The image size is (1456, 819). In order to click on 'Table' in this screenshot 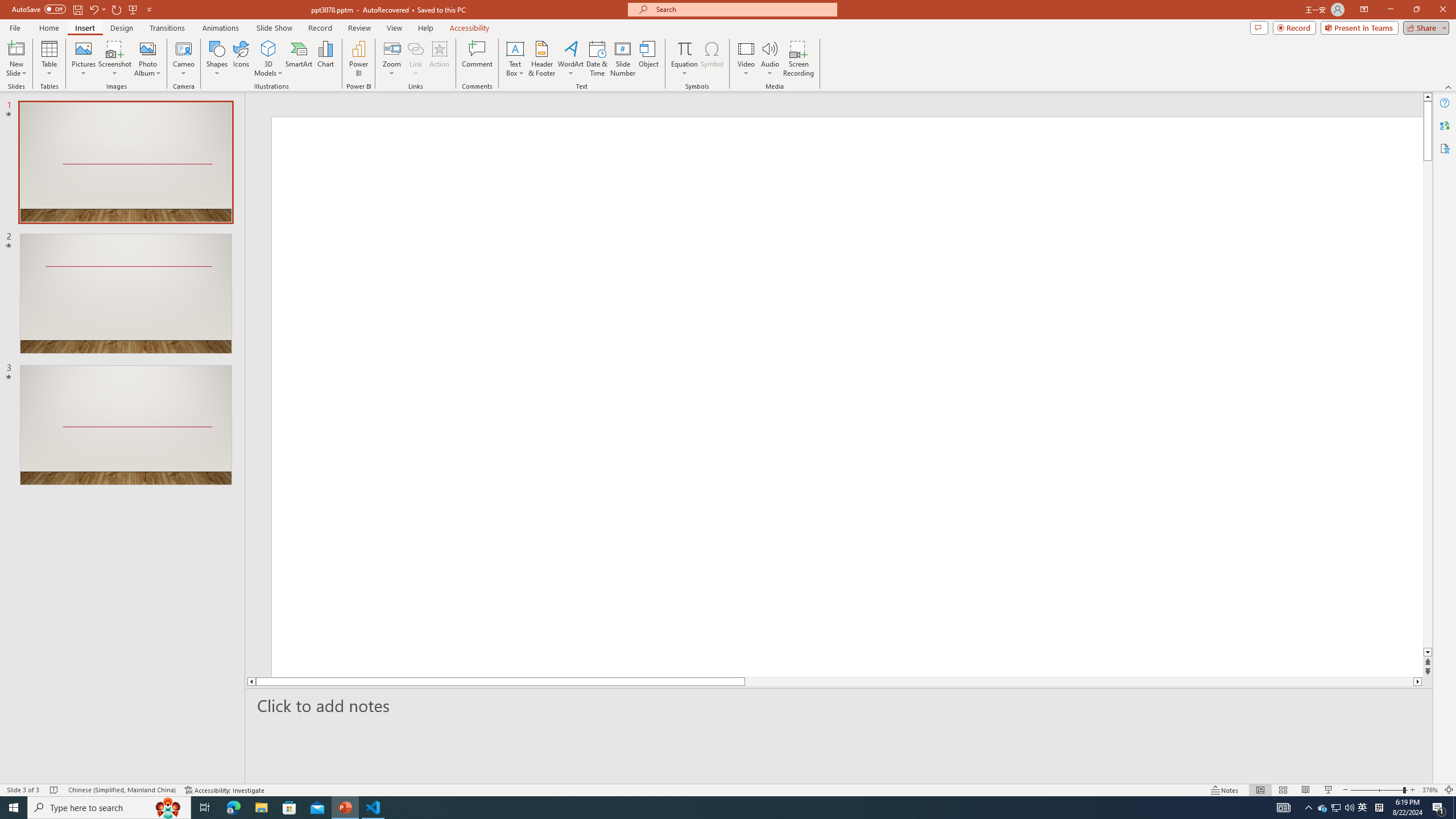, I will do `click(49, 59)`.